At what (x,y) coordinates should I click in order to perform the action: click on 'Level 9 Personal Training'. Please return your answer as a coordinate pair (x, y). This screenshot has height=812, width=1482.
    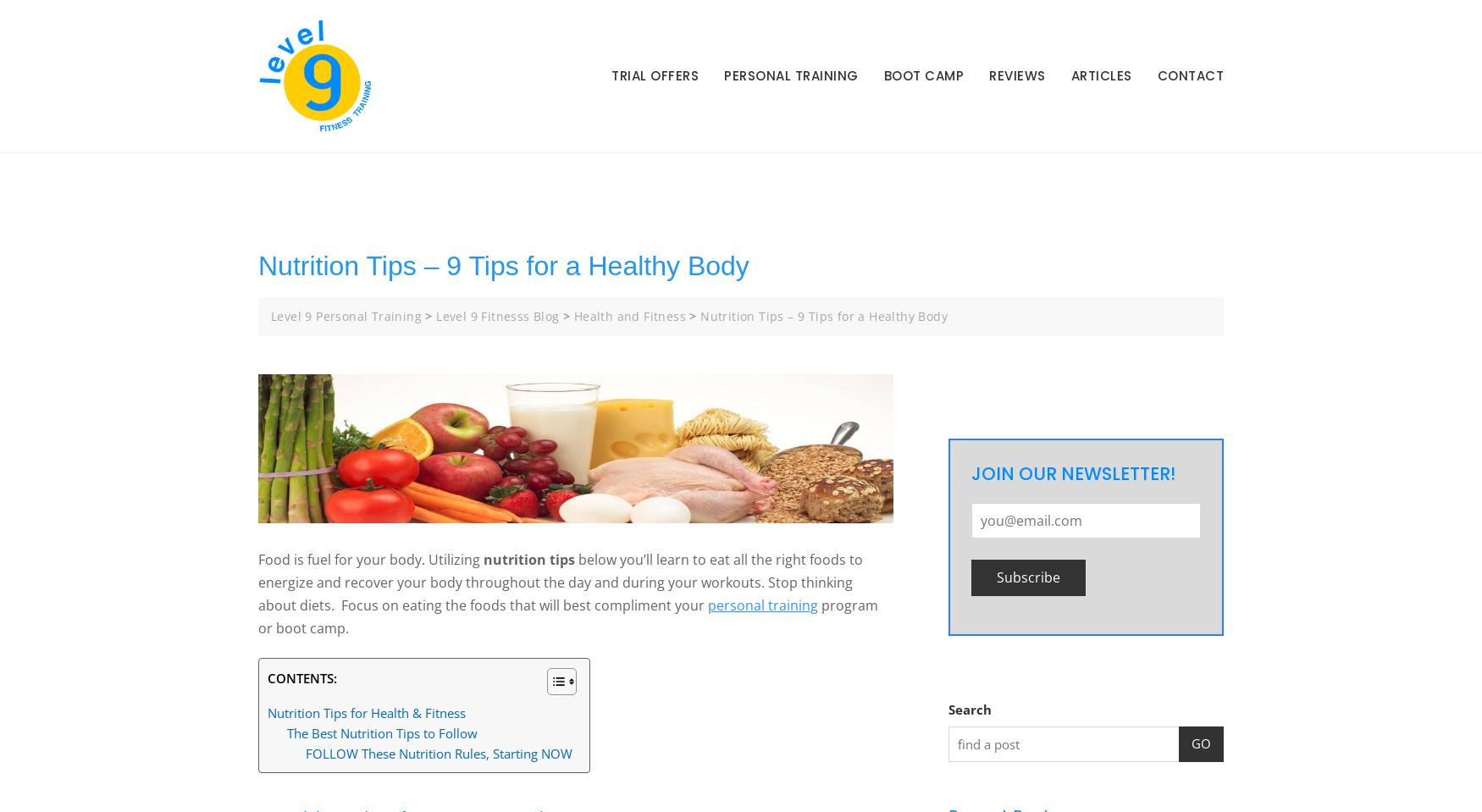
    Looking at the image, I should click on (345, 315).